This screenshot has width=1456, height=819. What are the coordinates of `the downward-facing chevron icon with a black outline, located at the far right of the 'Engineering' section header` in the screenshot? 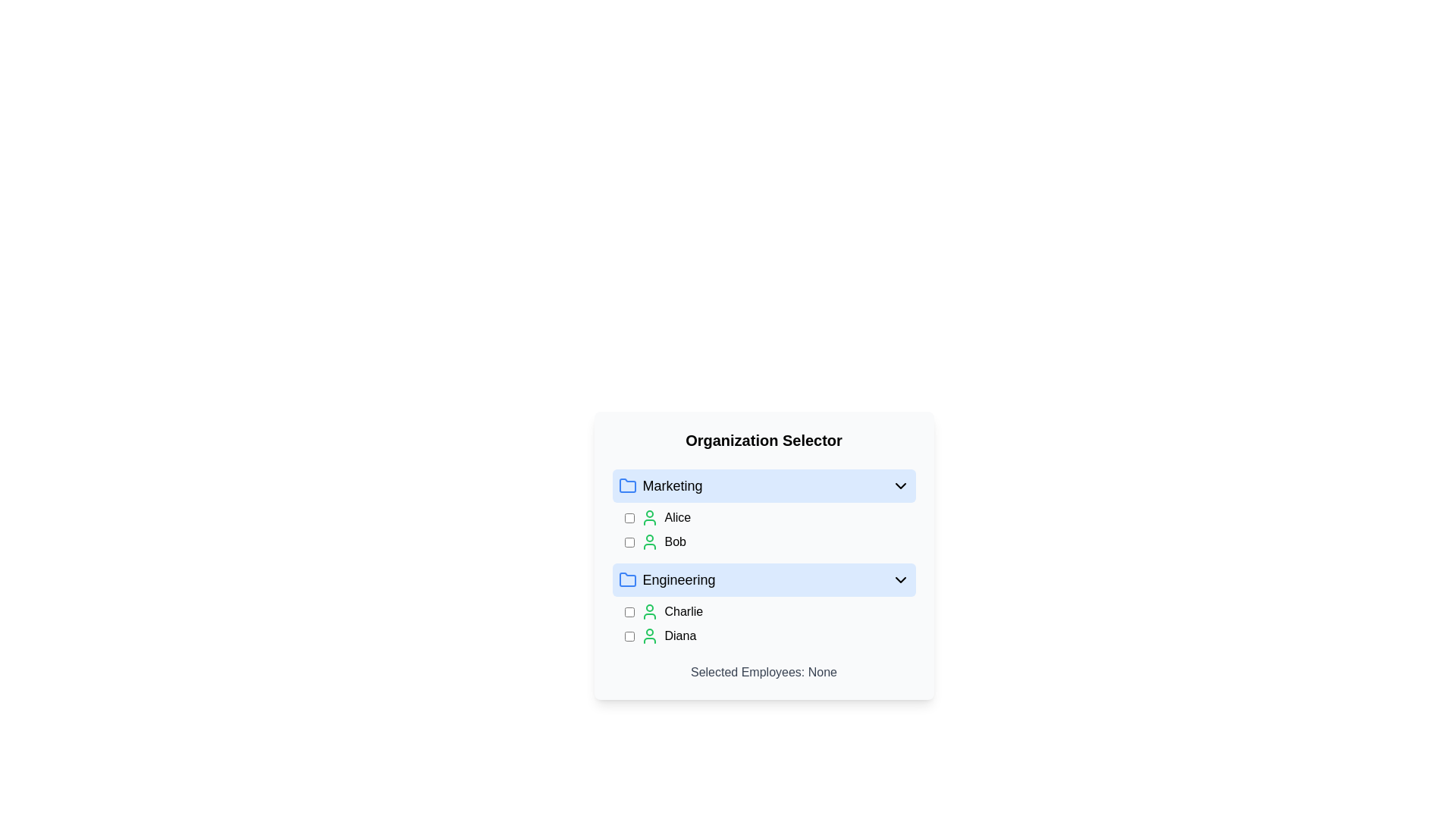 It's located at (900, 579).